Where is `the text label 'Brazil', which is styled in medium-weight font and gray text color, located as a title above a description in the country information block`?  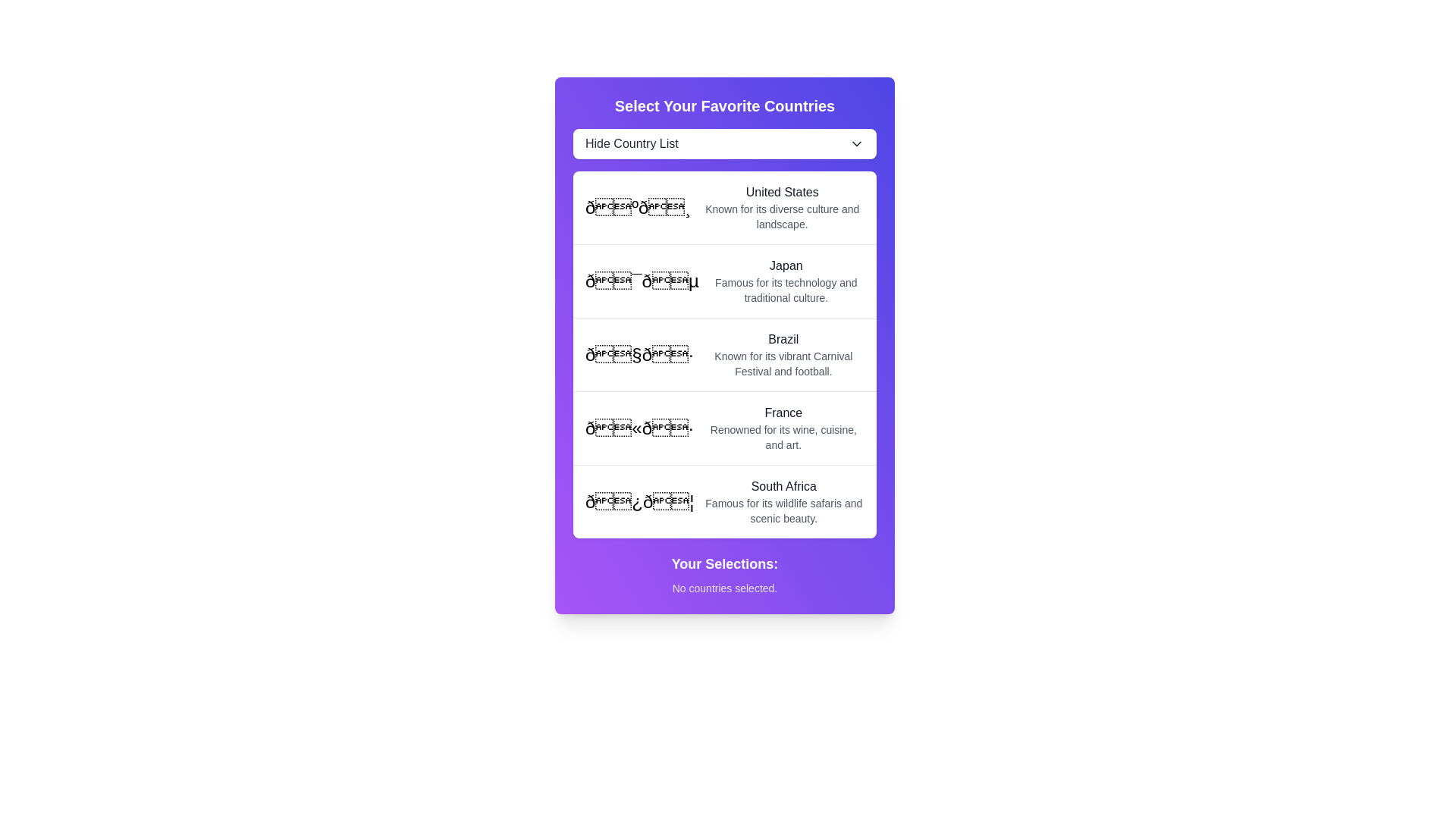 the text label 'Brazil', which is styled in medium-weight font and gray text color, located as a title above a description in the country information block is located at coordinates (783, 338).